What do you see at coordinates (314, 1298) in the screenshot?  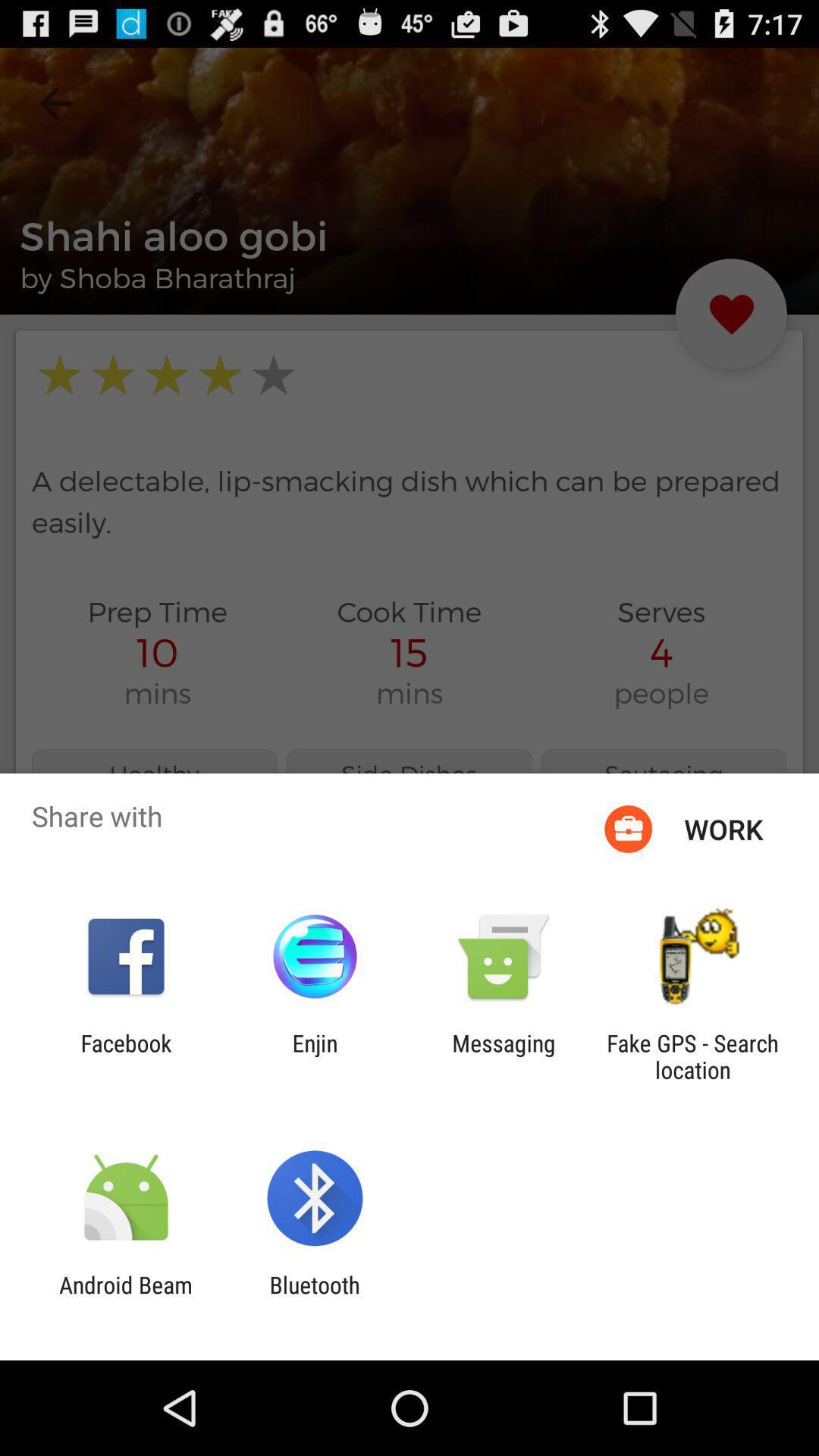 I see `the bluetooth item` at bounding box center [314, 1298].